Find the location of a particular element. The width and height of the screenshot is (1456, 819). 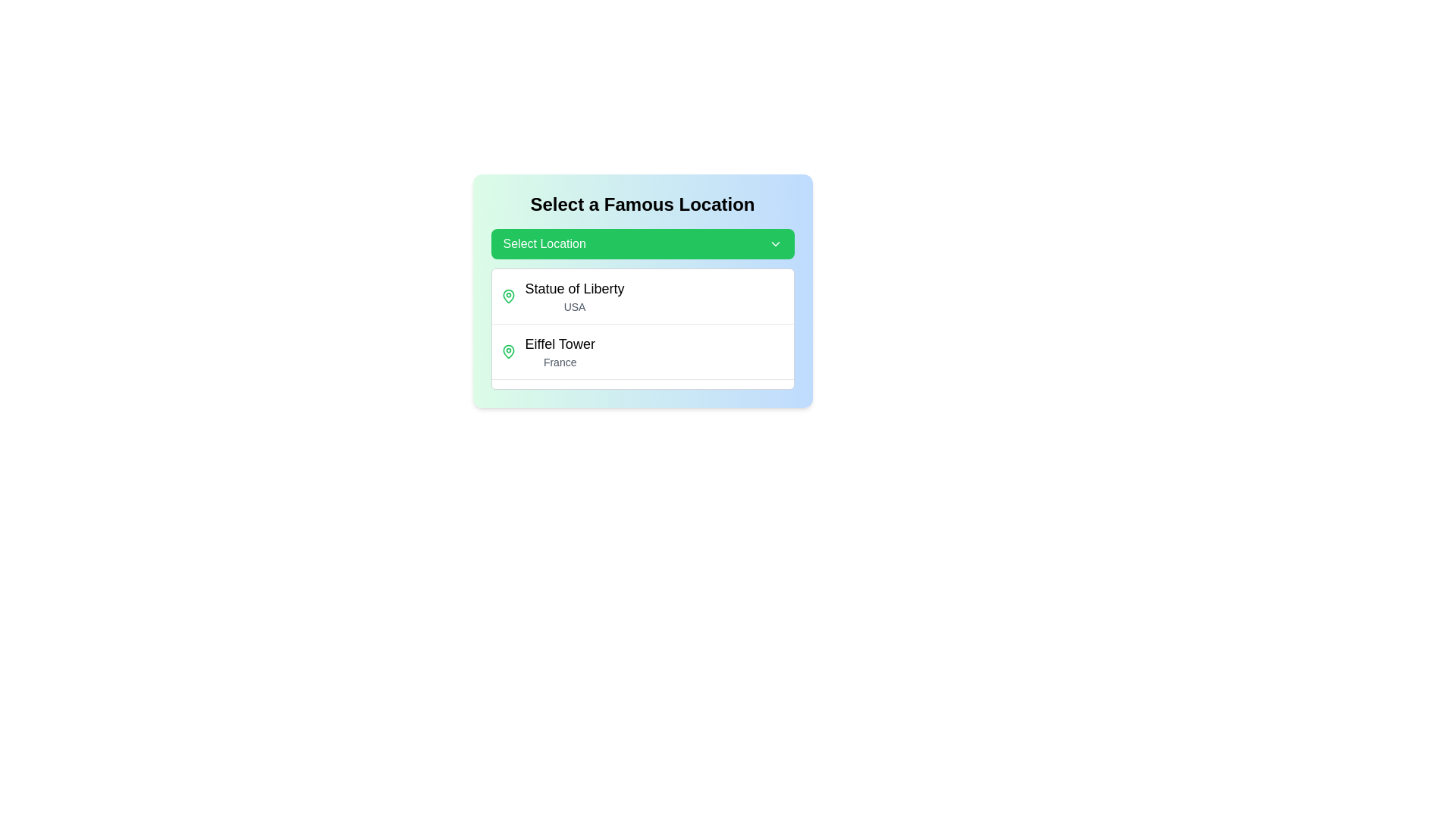

the green map pin icon located to the left of the text 'Statue of Liberty', which is positioned in the upper section of the location entries list is located at coordinates (508, 296).